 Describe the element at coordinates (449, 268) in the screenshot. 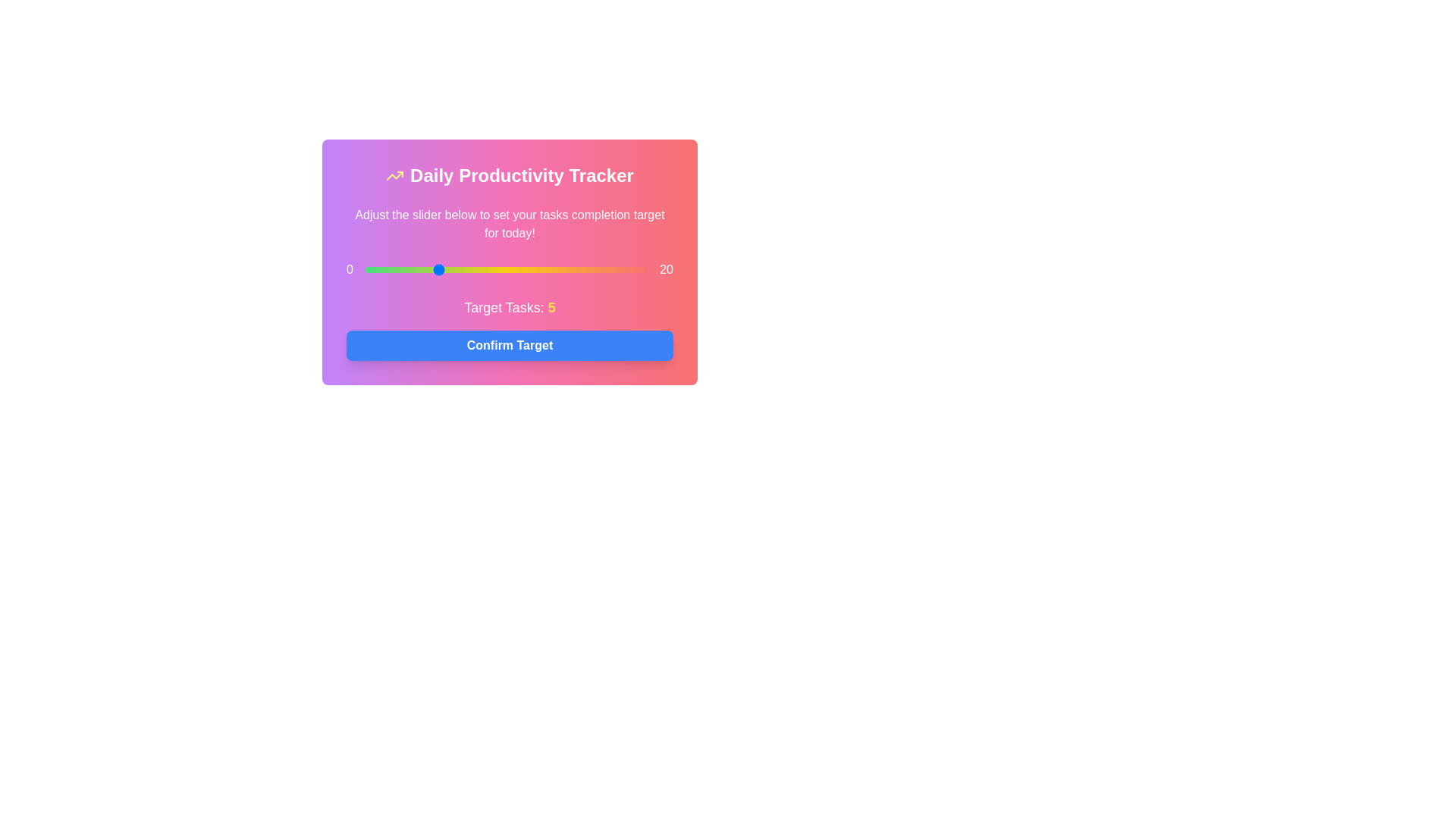

I see `the slider to set the task target to 6` at that location.